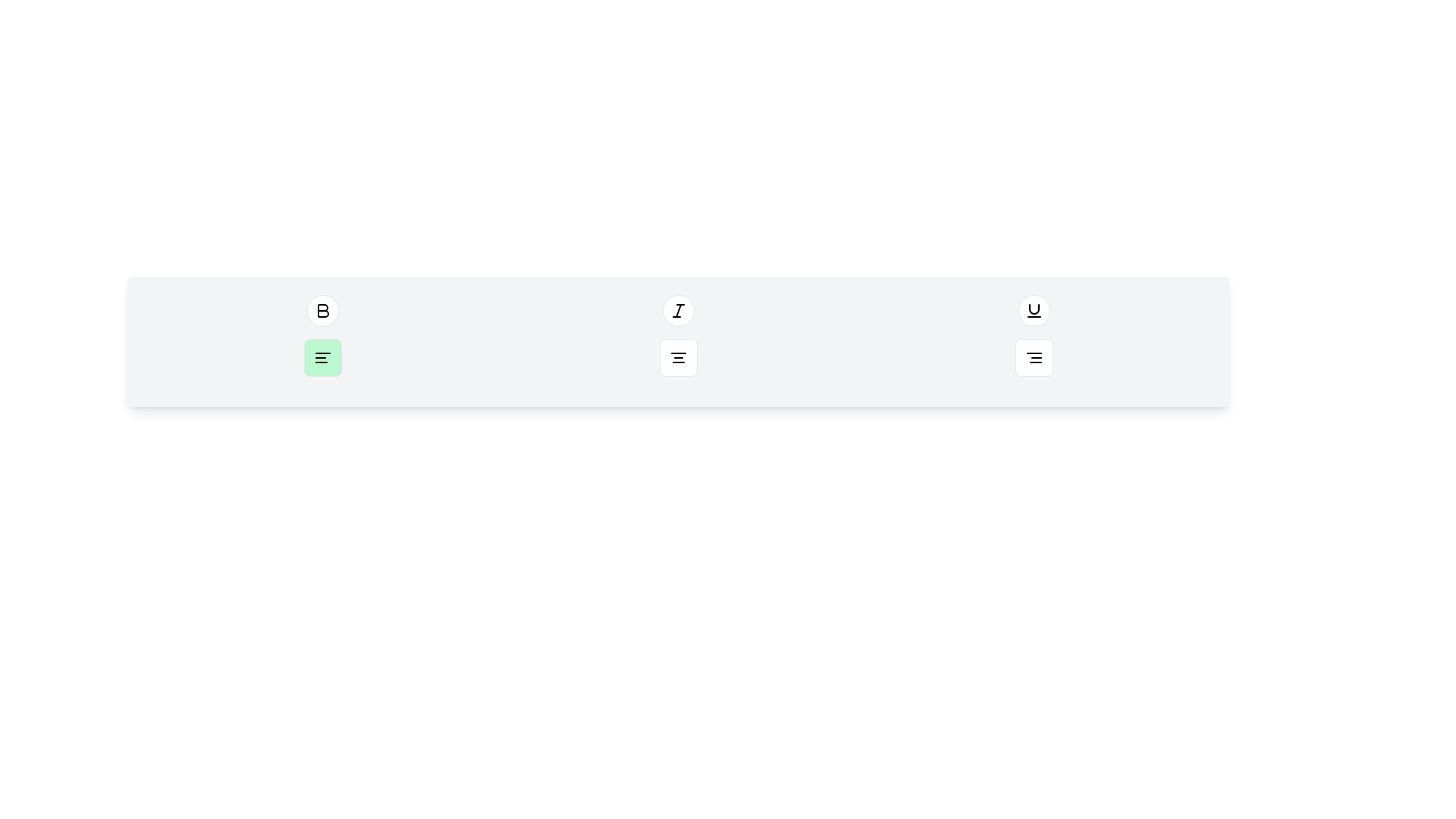  I want to click on the circular button with a white background and a black underline icon to apply underline formatting, so click(1033, 309).